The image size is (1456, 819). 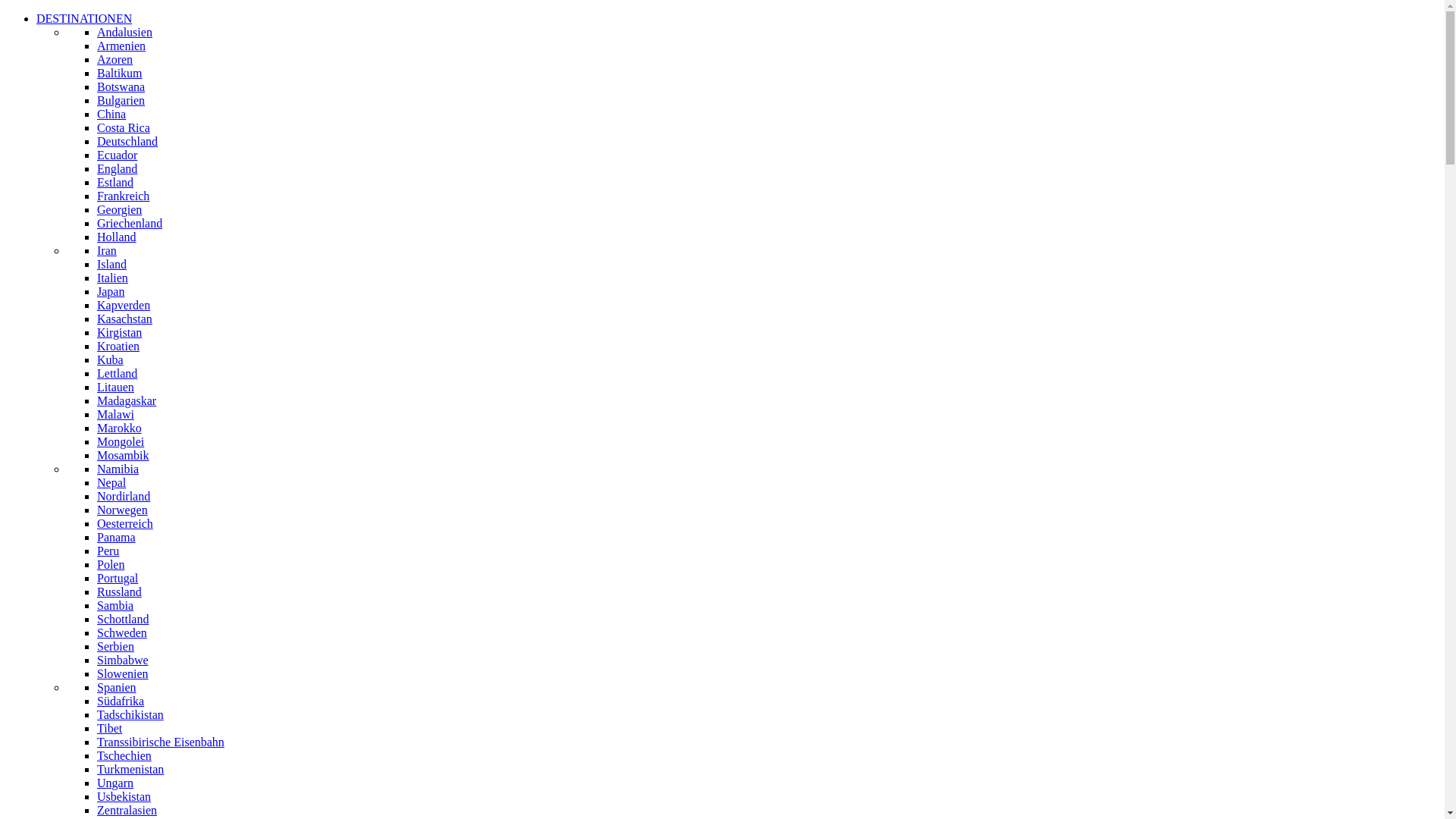 I want to click on 'Kapverden', so click(x=124, y=305).